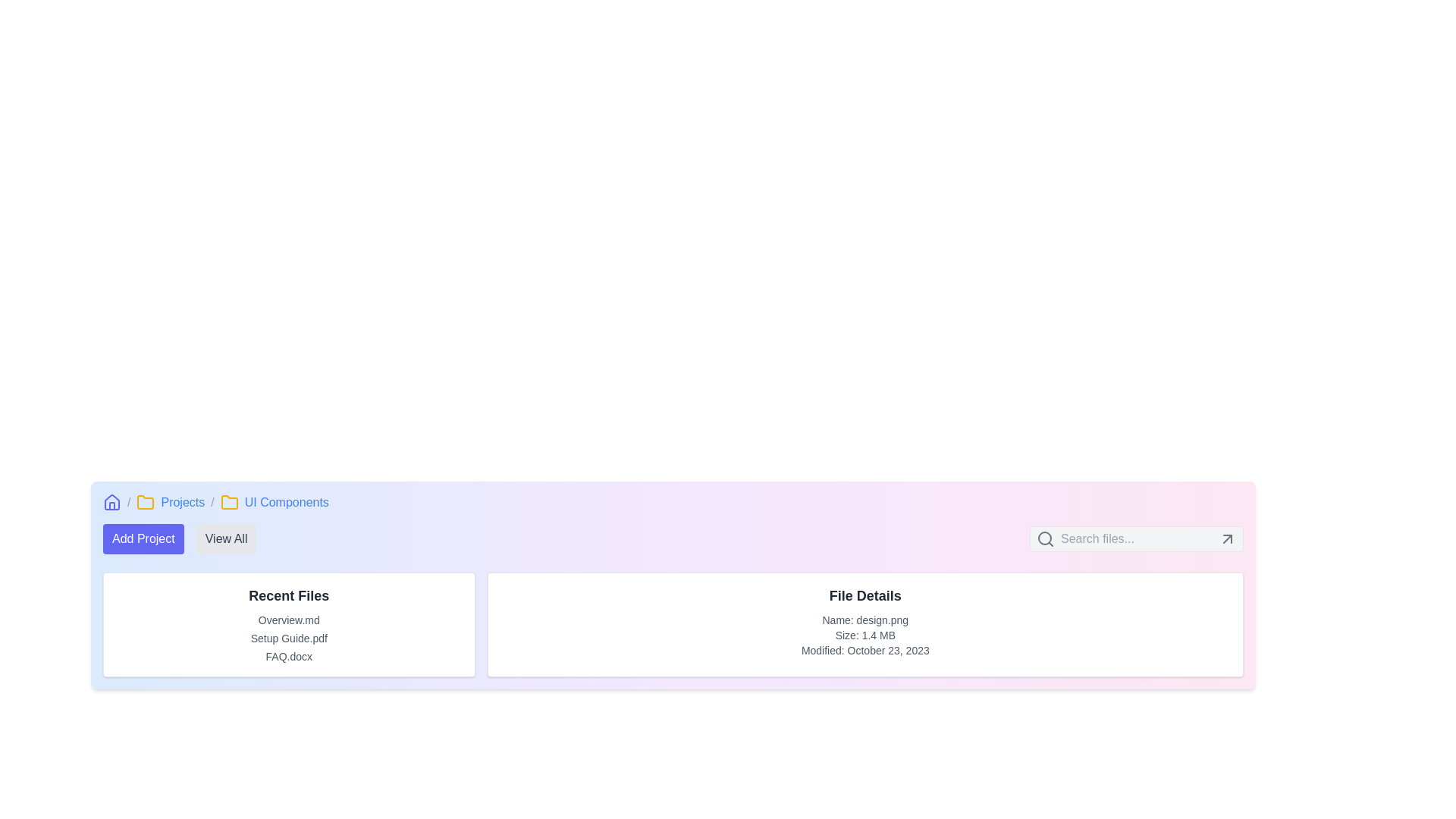  Describe the element at coordinates (865, 635) in the screenshot. I see `the static text label displaying the file size of 'design.png', which is located in the middle panel labeled 'File Details' as the third listed item` at that location.